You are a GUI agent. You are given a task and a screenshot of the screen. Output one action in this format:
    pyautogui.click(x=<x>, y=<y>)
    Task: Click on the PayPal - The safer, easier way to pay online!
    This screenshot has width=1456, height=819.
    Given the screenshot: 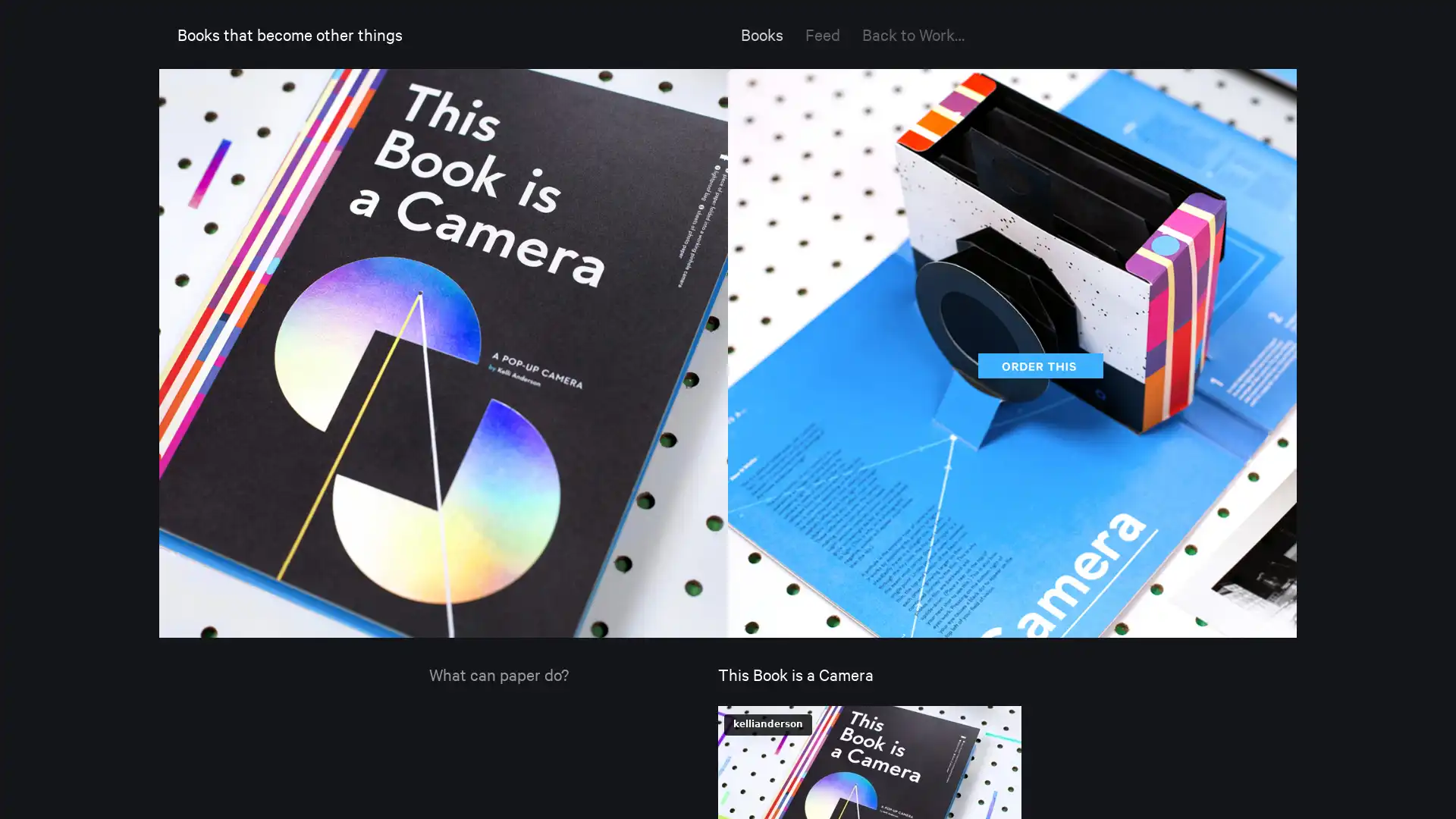 What is the action you would take?
    pyautogui.click(x=1037, y=367)
    